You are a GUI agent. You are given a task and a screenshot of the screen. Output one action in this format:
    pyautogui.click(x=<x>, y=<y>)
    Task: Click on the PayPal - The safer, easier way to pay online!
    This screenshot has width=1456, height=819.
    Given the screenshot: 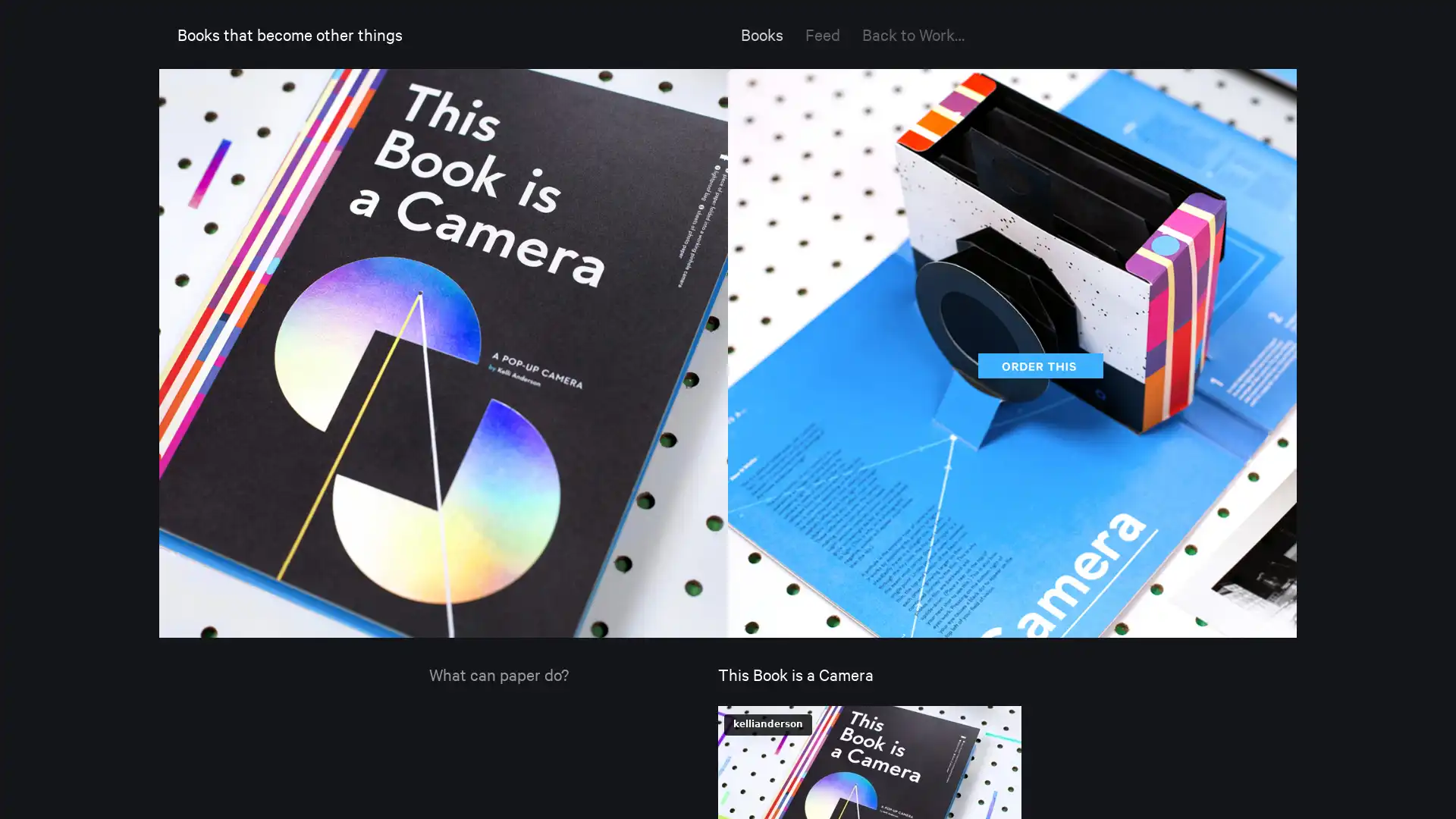 What is the action you would take?
    pyautogui.click(x=1037, y=367)
    